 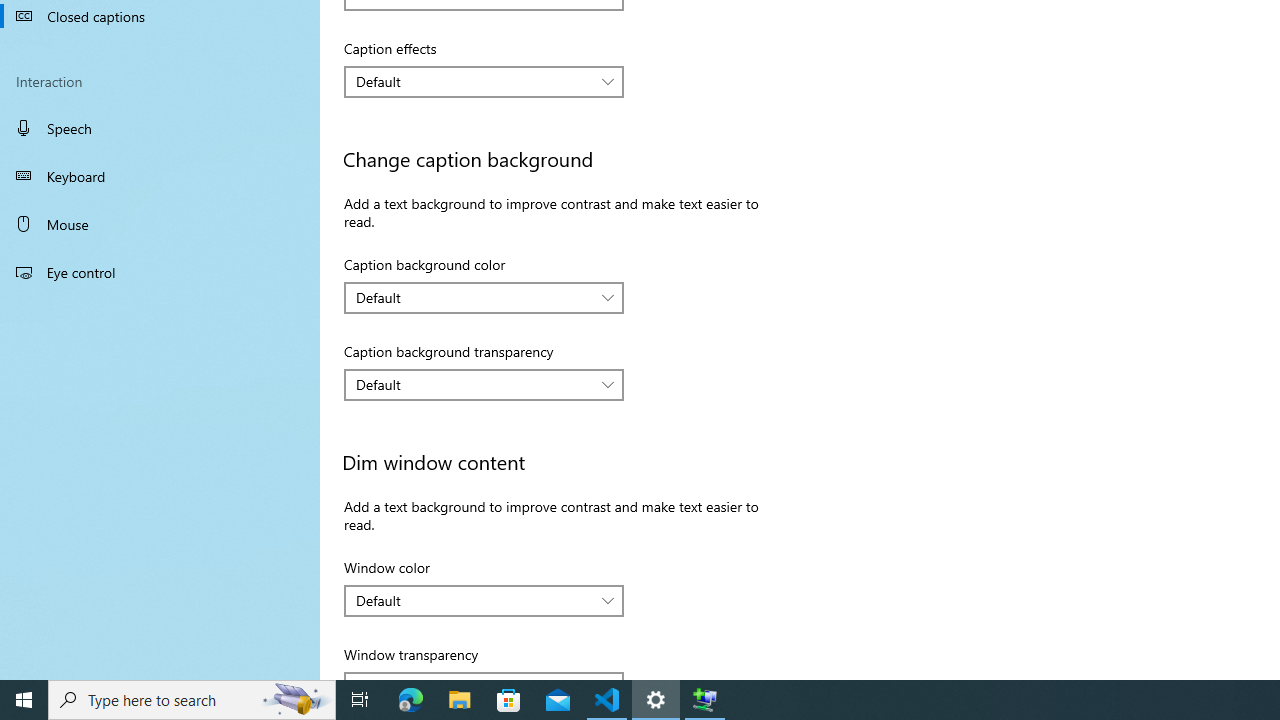 What do you see at coordinates (160, 127) in the screenshot?
I see `'Speech'` at bounding box center [160, 127].